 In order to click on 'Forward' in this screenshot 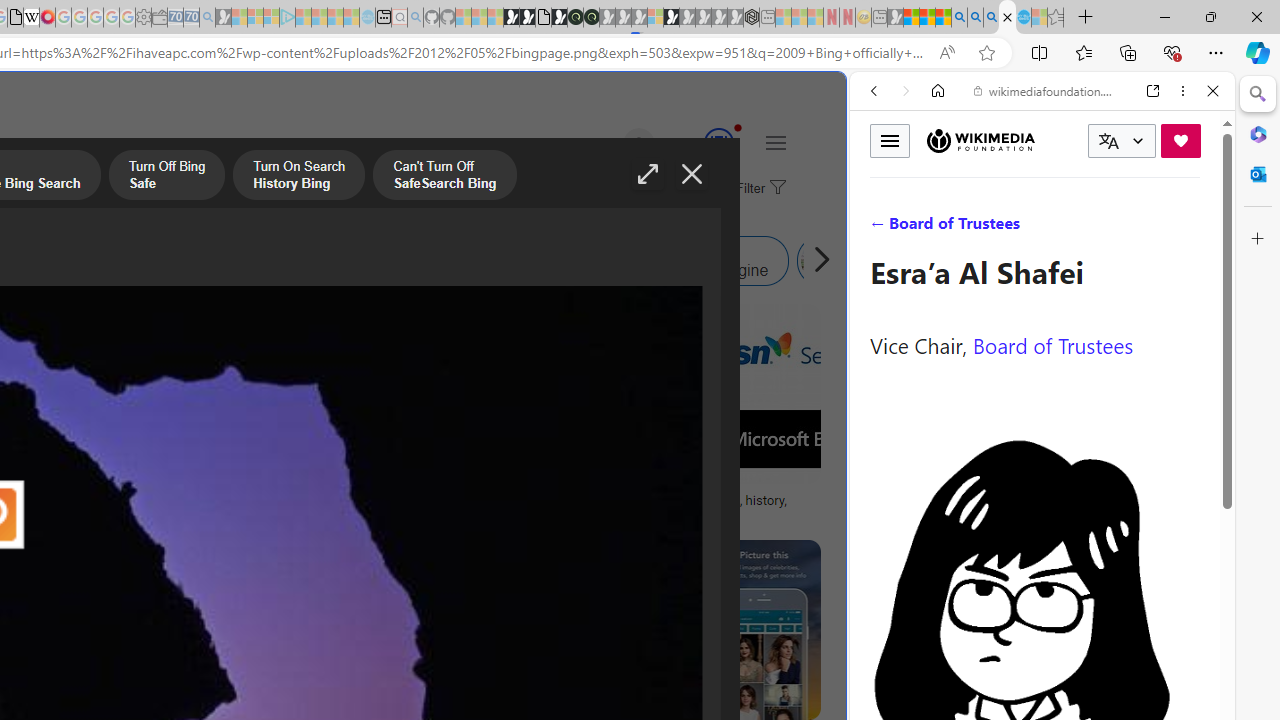, I will do `click(905, 91)`.